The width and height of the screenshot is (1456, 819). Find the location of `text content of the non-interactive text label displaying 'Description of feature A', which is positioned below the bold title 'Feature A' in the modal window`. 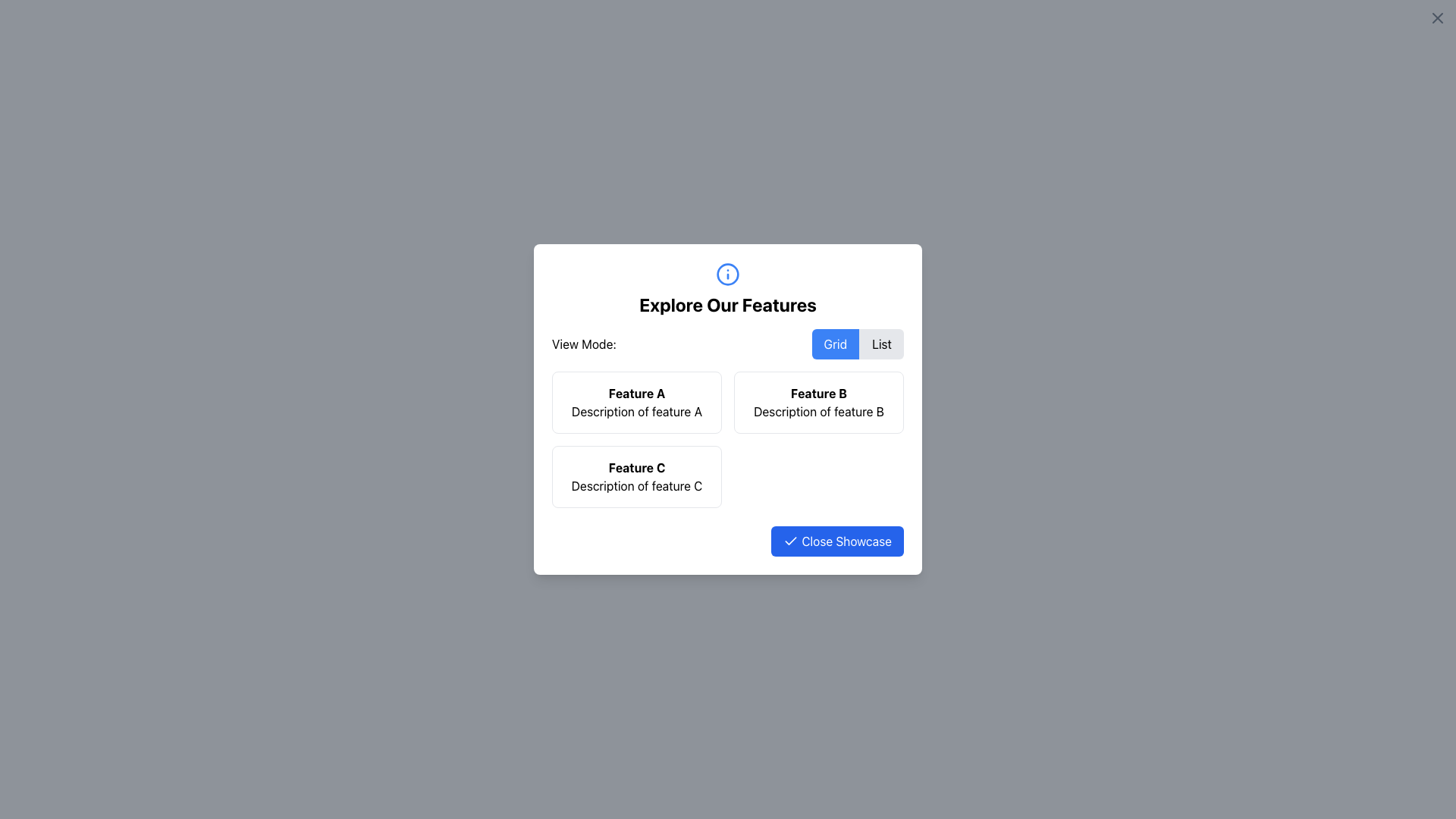

text content of the non-interactive text label displaying 'Description of feature A', which is positioned below the bold title 'Feature A' in the modal window is located at coordinates (637, 412).